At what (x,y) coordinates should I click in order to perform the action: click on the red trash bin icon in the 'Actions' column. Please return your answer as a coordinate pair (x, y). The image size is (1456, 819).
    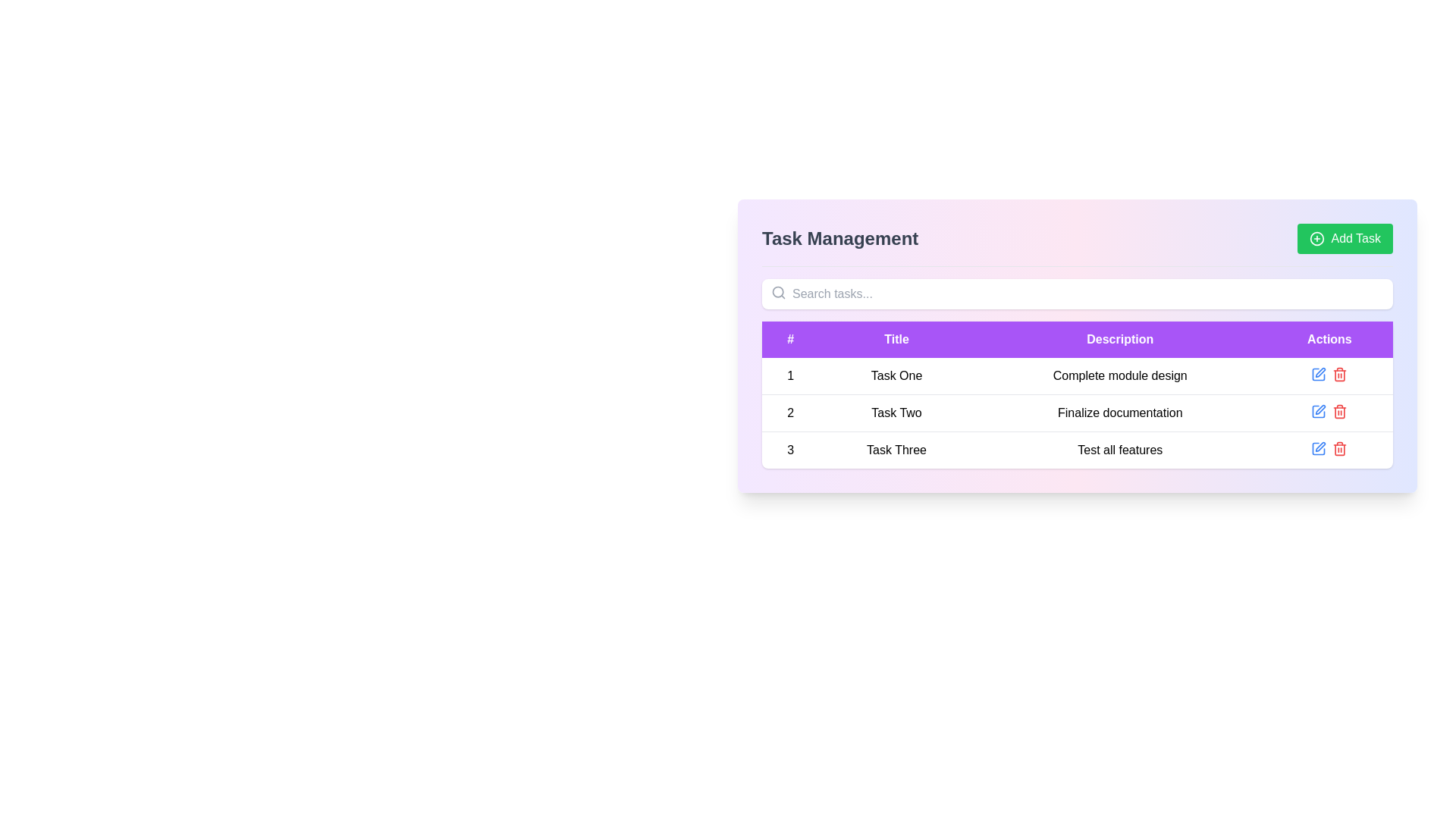
    Looking at the image, I should click on (1340, 375).